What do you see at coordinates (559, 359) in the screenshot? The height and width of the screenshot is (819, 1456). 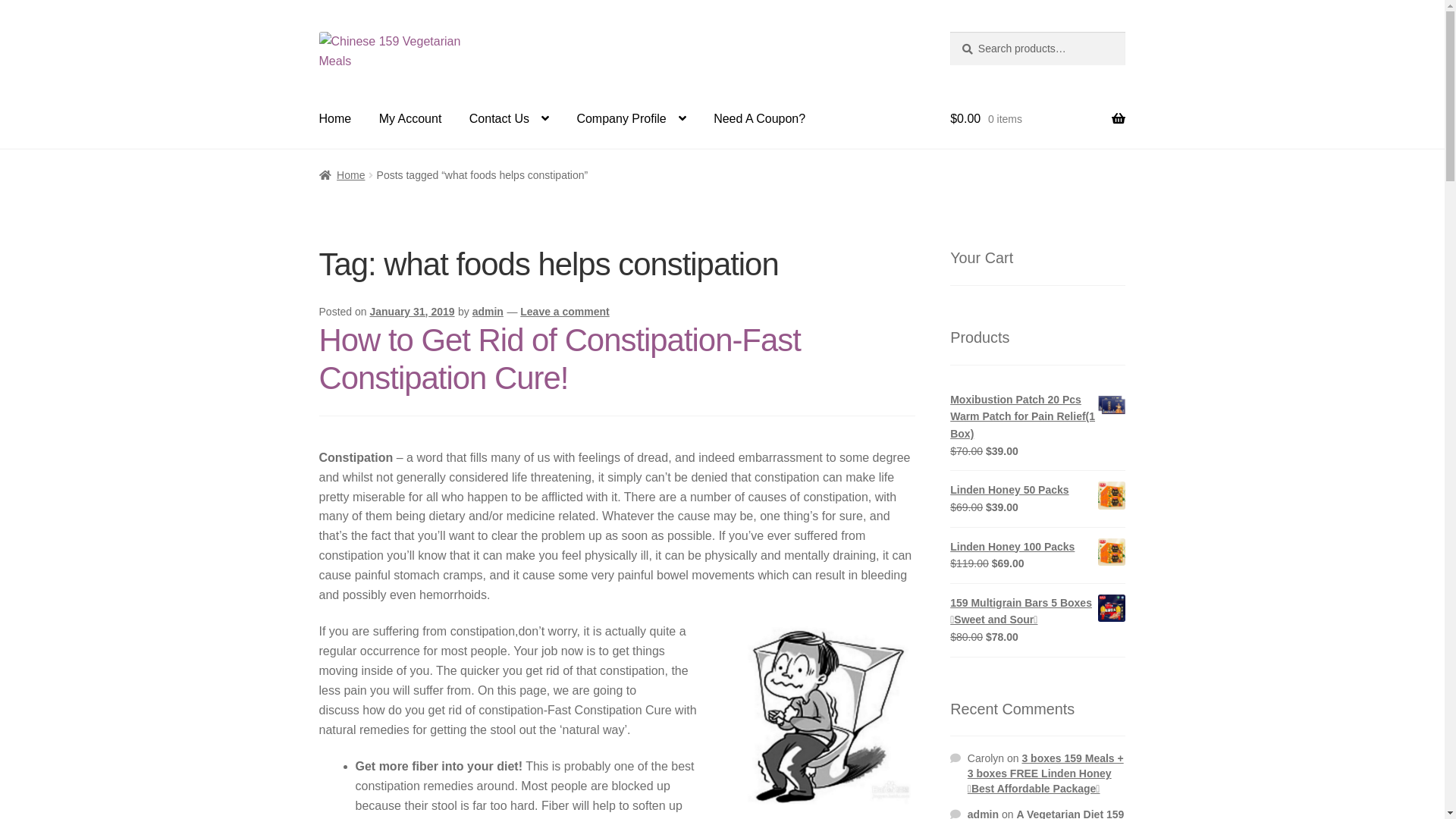 I see `'How to Get Rid of Constipation-Fast Constipation Cure!'` at bounding box center [559, 359].